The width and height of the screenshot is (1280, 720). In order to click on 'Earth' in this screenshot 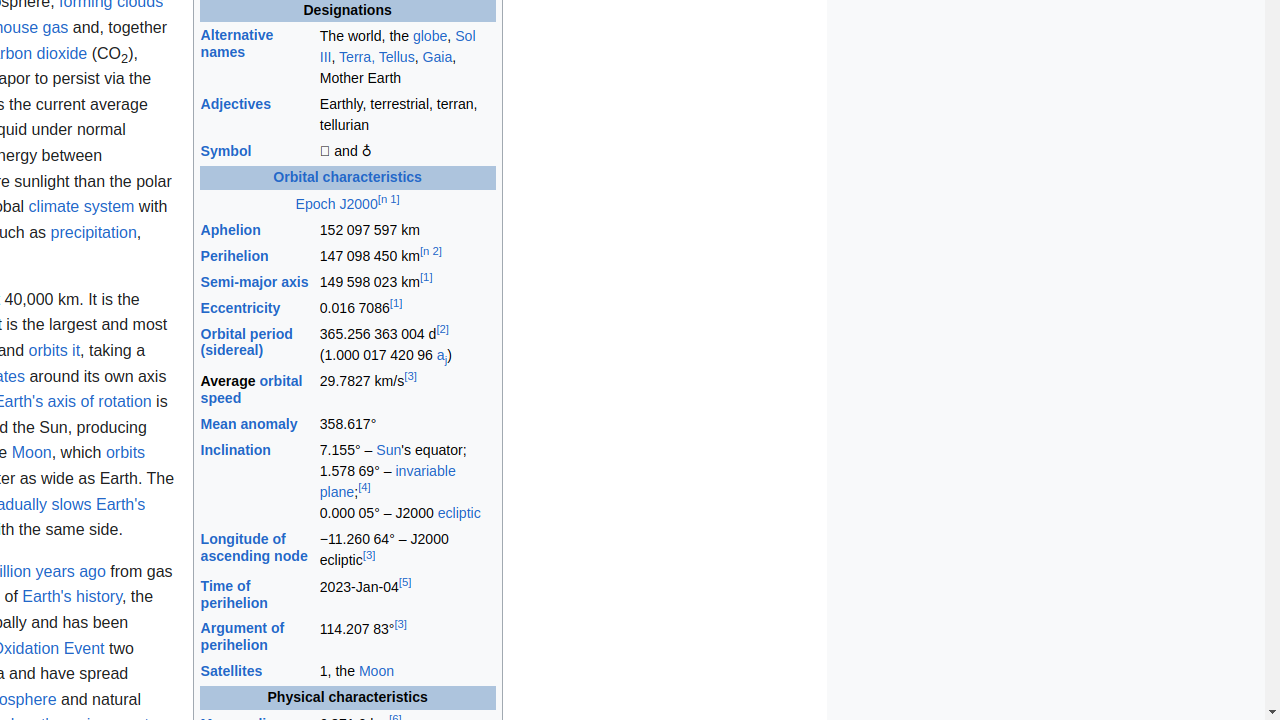, I will do `click(71, 596)`.